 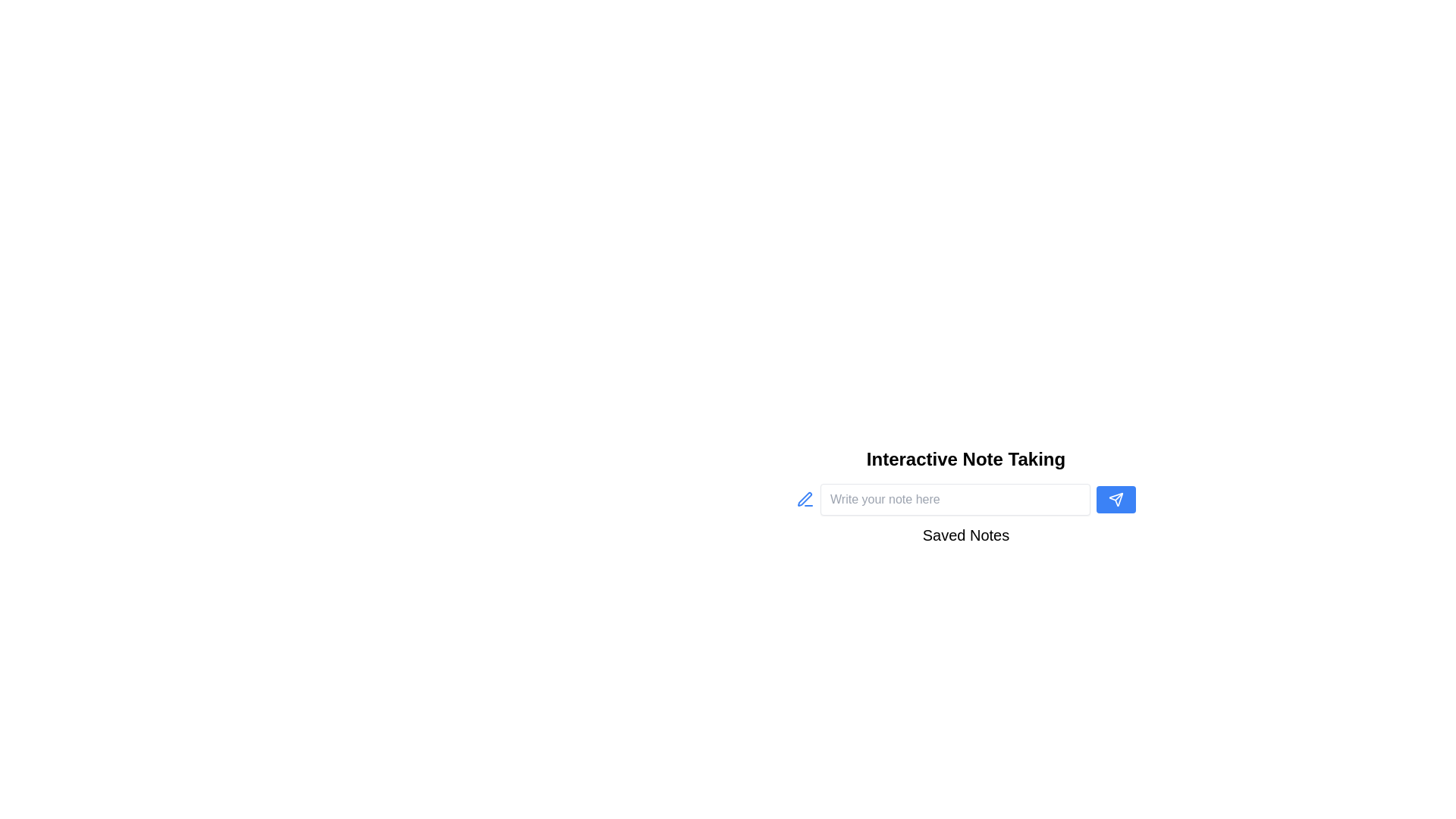 What do you see at coordinates (1116, 500) in the screenshot?
I see `the paper airplane icon located within the blue circular 'Send' button, positioned to the right of the text input field` at bounding box center [1116, 500].